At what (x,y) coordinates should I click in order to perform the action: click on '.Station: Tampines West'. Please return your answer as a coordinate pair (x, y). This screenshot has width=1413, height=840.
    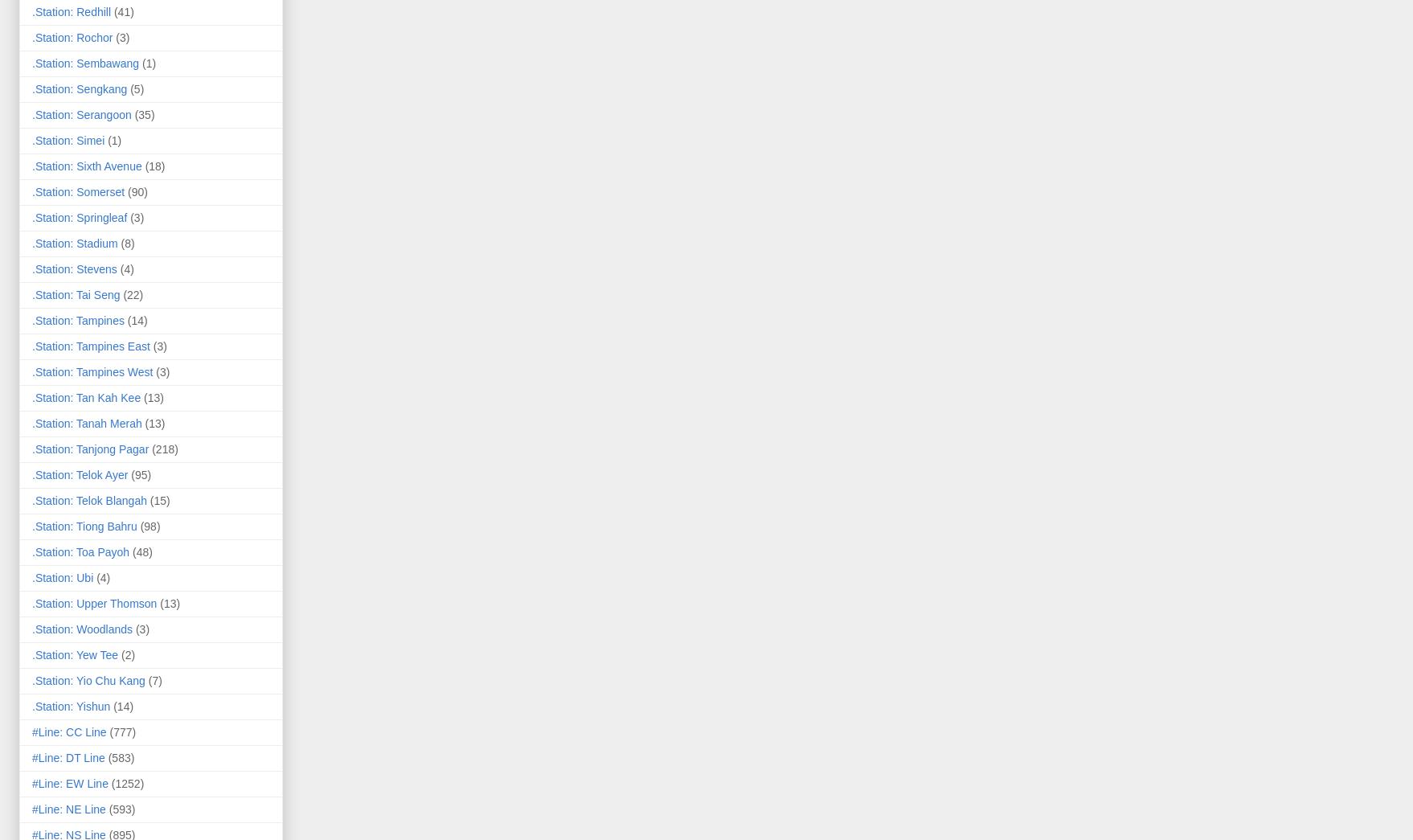
    Looking at the image, I should click on (92, 371).